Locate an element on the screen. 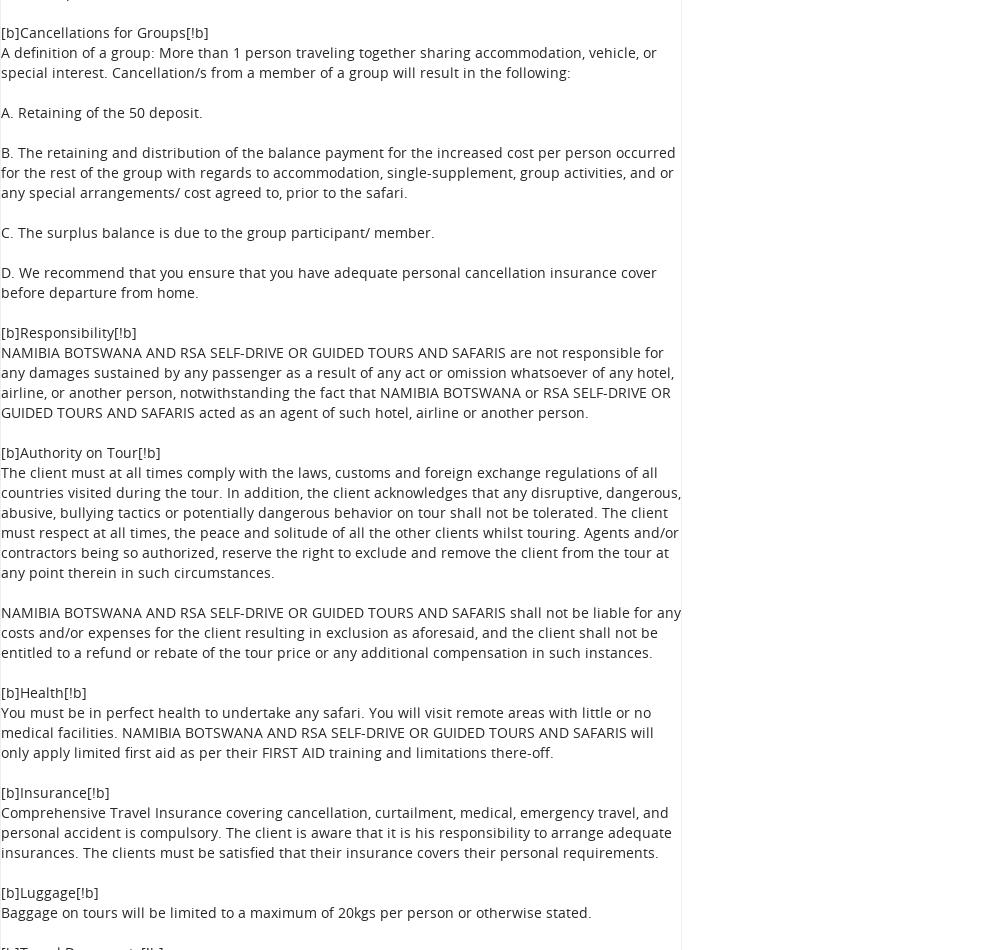  'D. We recommend that you ensure that you have adequate personal cancellation insurance cover before departure from home.' is located at coordinates (327, 281).